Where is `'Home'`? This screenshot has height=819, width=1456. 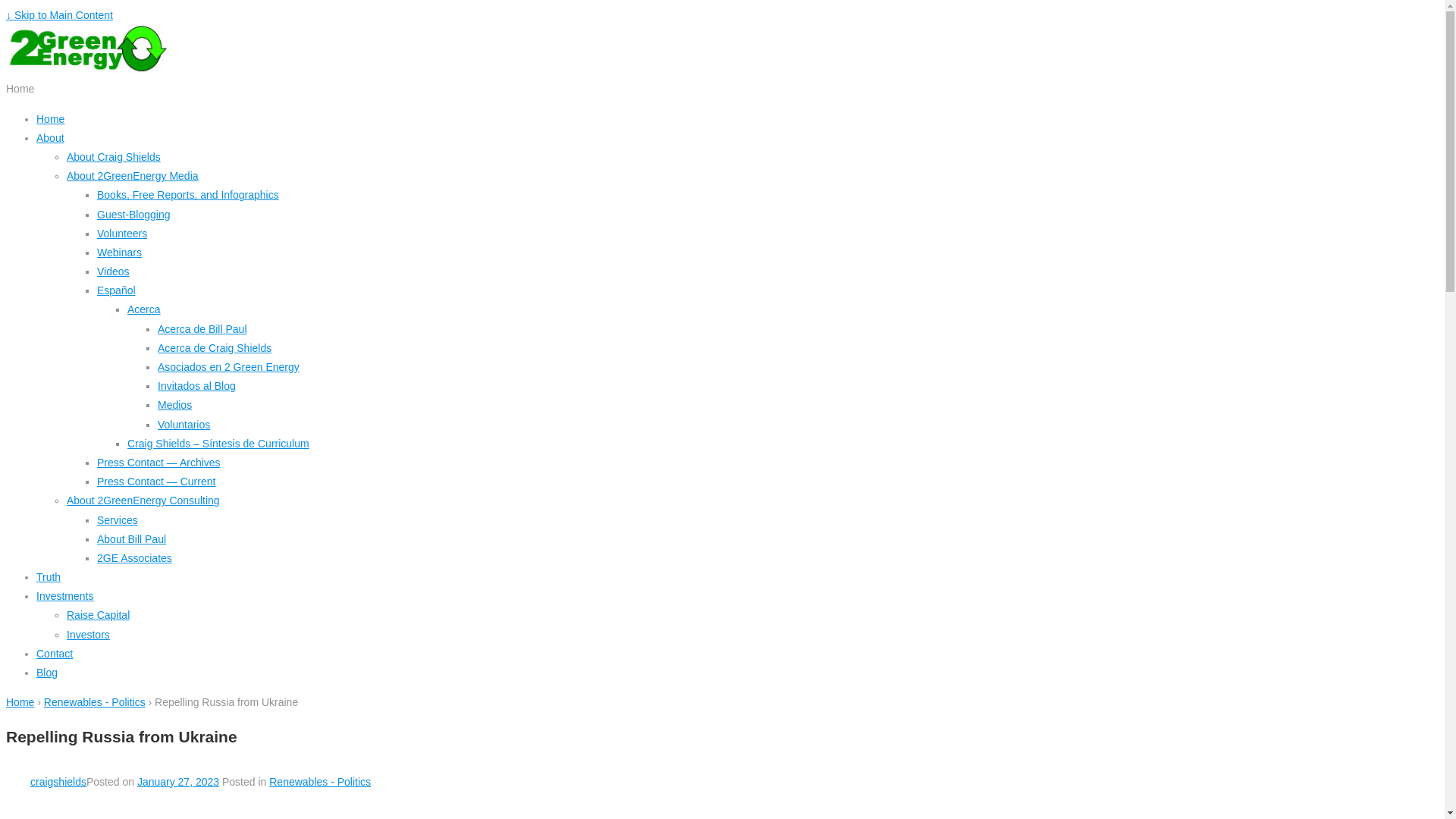 'Home' is located at coordinates (50, 118).